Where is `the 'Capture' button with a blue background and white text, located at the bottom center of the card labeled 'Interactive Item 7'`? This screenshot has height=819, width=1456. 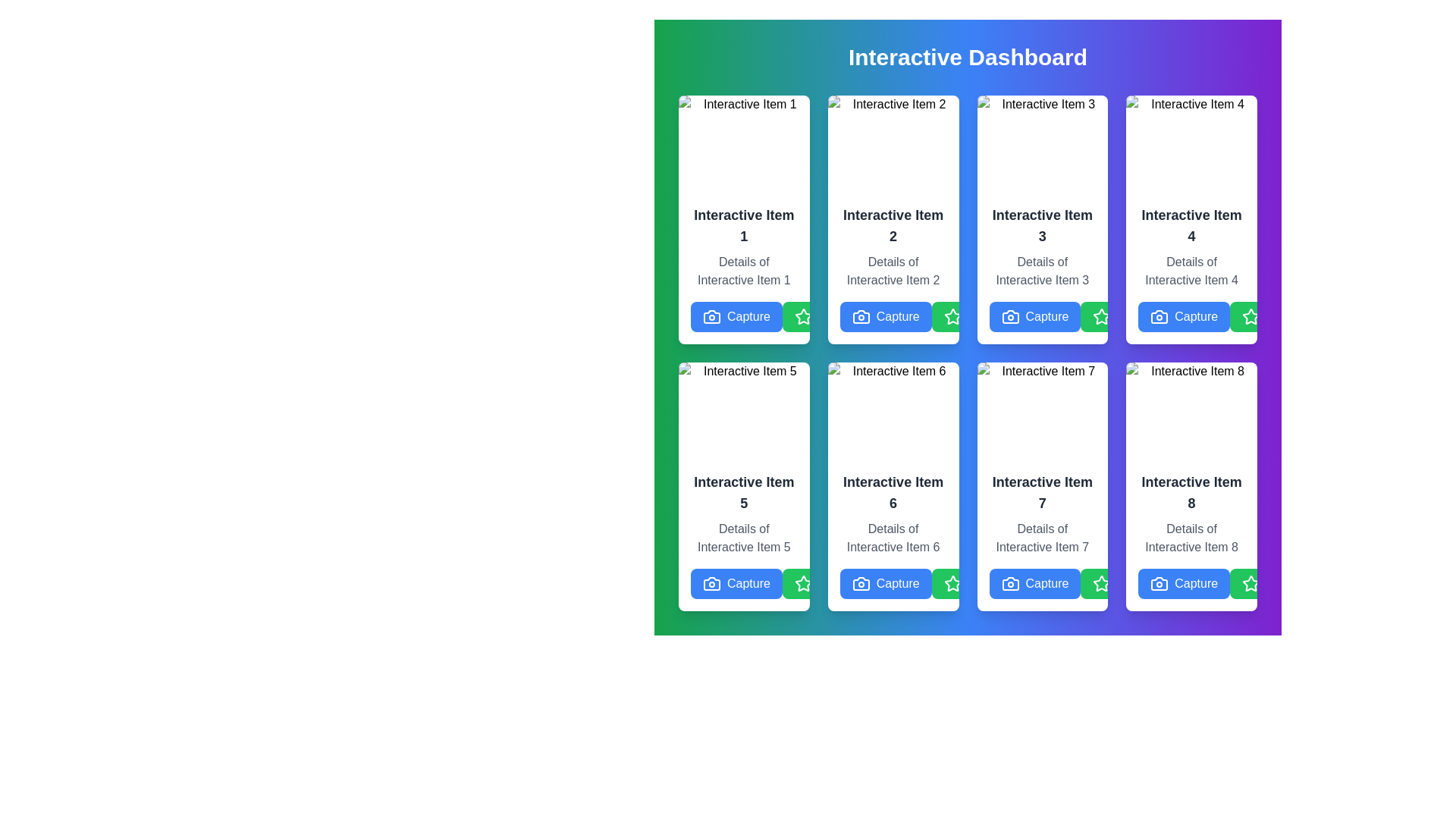 the 'Capture' button with a blue background and white text, located at the bottom center of the card labeled 'Interactive Item 7' is located at coordinates (1034, 583).